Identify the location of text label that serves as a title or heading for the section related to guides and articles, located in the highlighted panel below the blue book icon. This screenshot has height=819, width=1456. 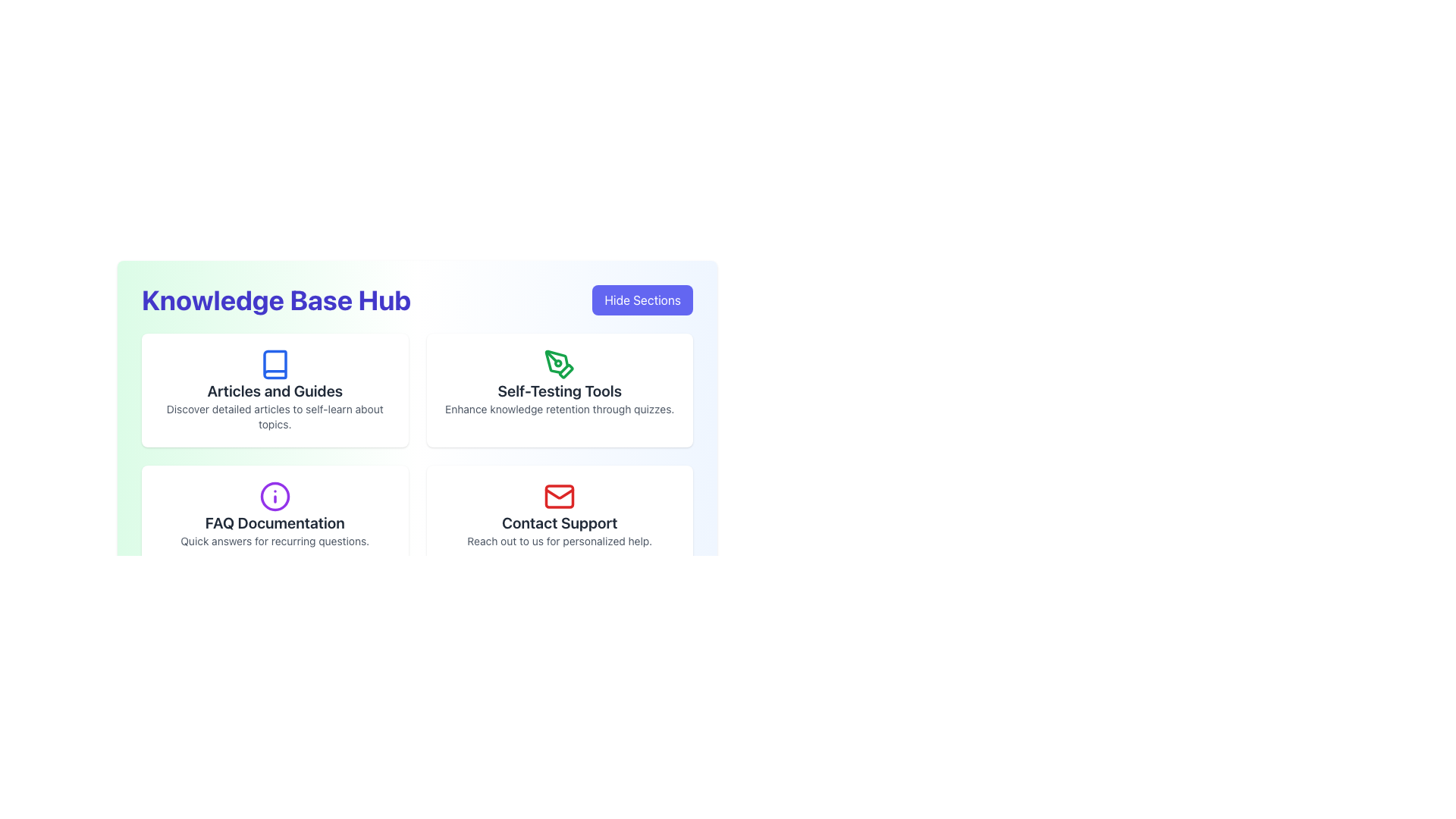
(275, 391).